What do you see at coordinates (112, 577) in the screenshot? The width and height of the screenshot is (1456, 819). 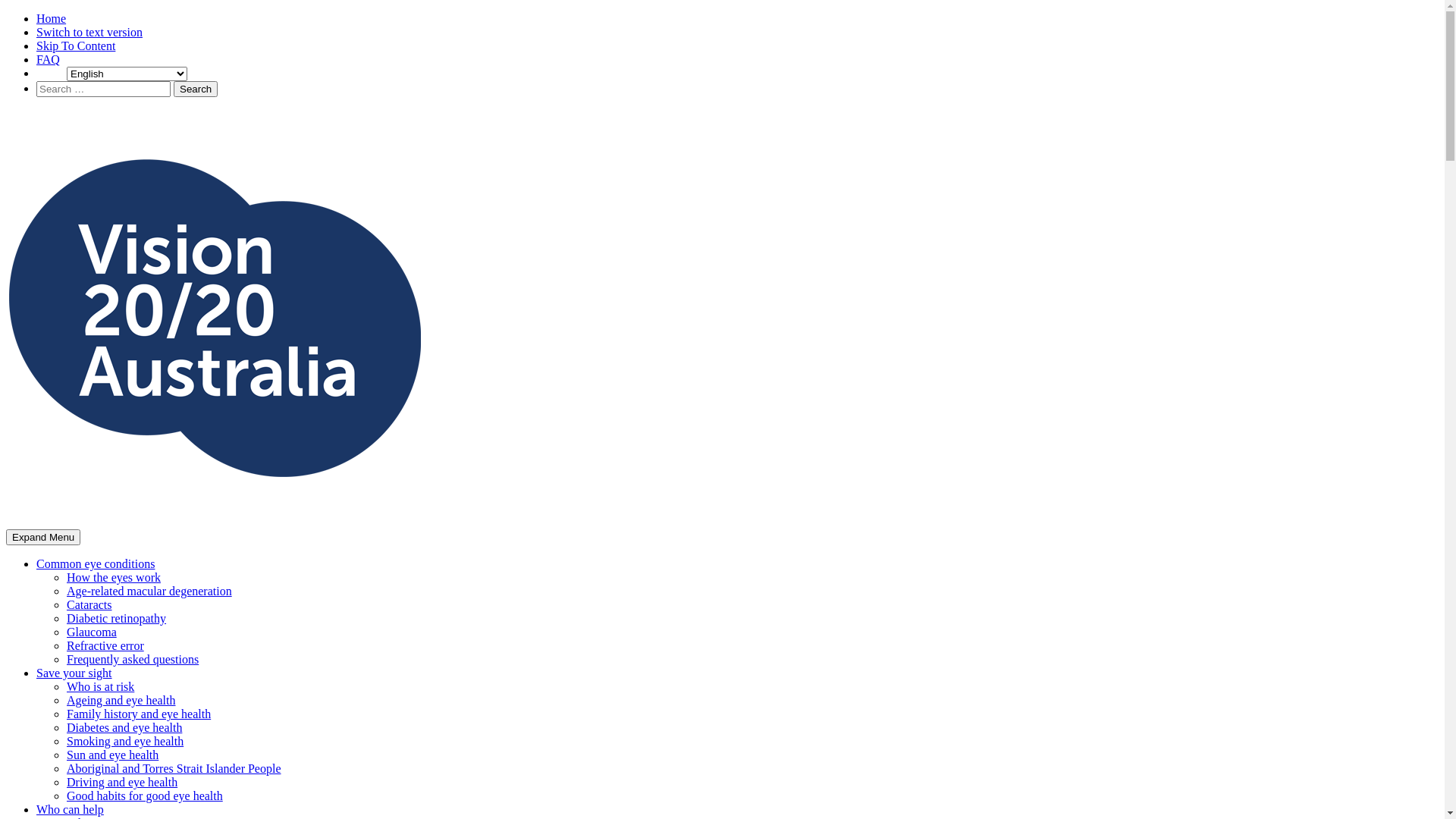 I see `'How the eyes work'` at bounding box center [112, 577].